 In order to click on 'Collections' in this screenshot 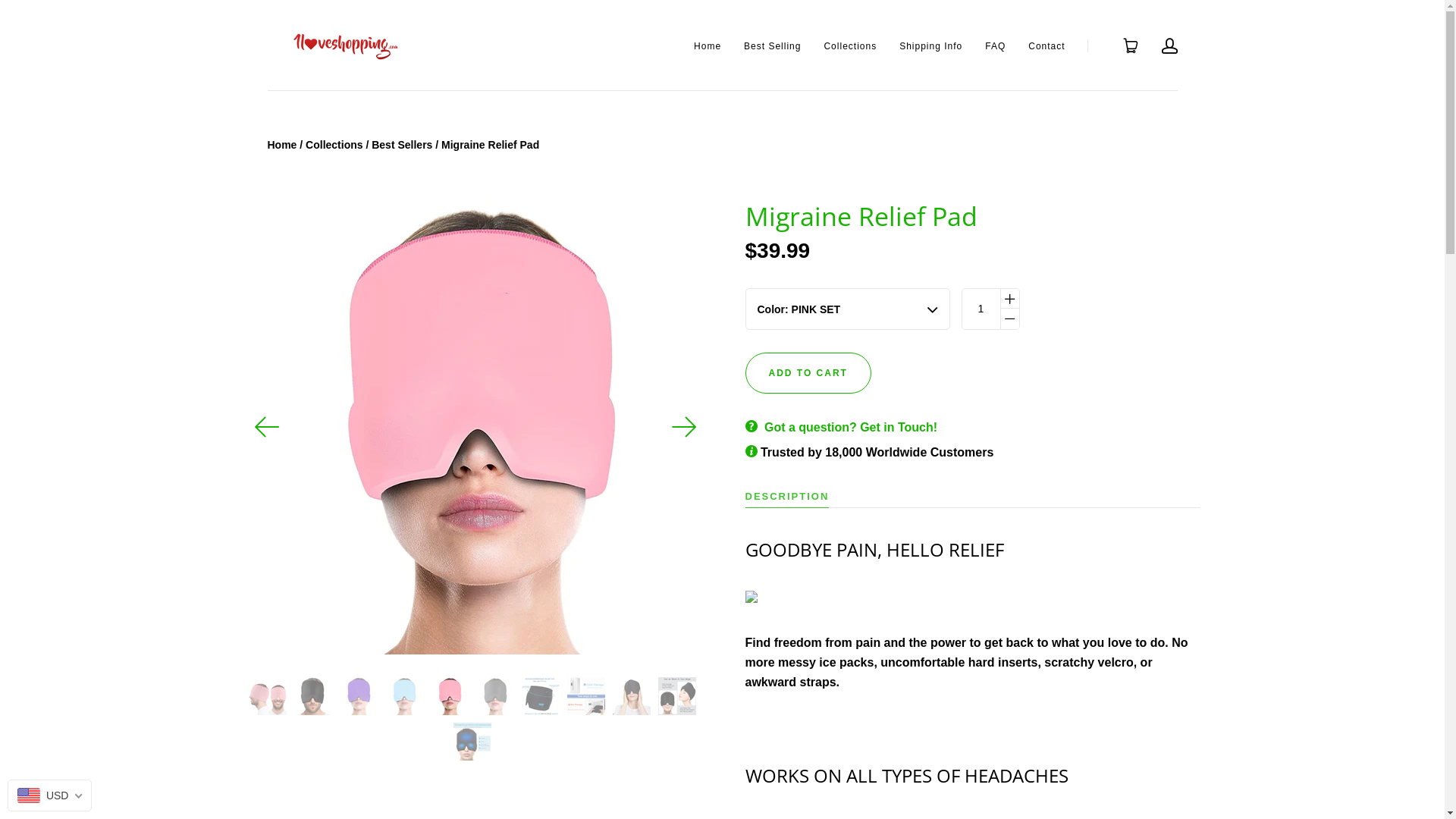, I will do `click(333, 145)`.